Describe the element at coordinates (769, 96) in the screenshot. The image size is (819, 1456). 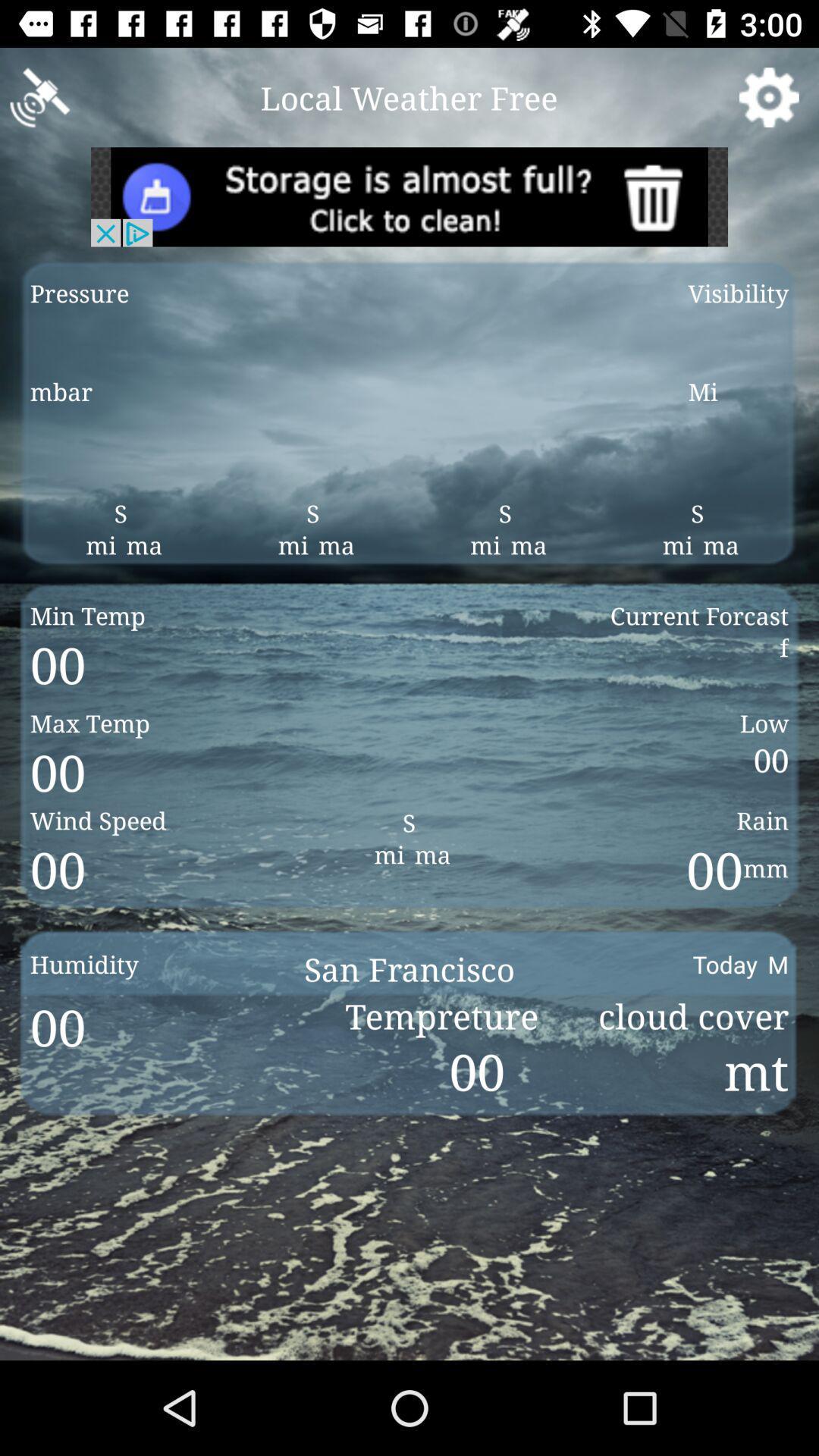
I see `icon above the visibility app` at that location.